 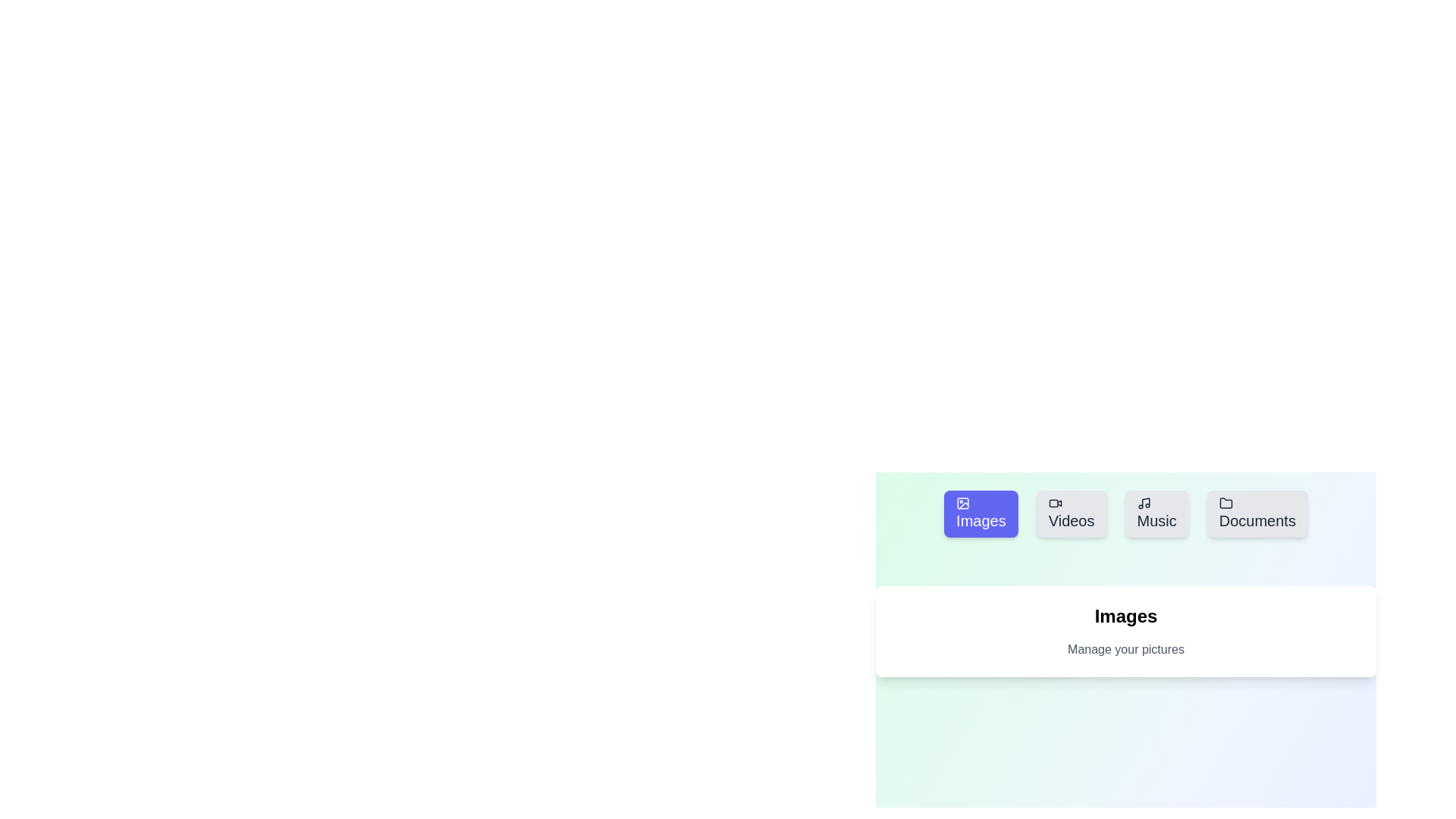 What do you see at coordinates (1071, 513) in the screenshot?
I see `the Videos tab to view its content` at bounding box center [1071, 513].